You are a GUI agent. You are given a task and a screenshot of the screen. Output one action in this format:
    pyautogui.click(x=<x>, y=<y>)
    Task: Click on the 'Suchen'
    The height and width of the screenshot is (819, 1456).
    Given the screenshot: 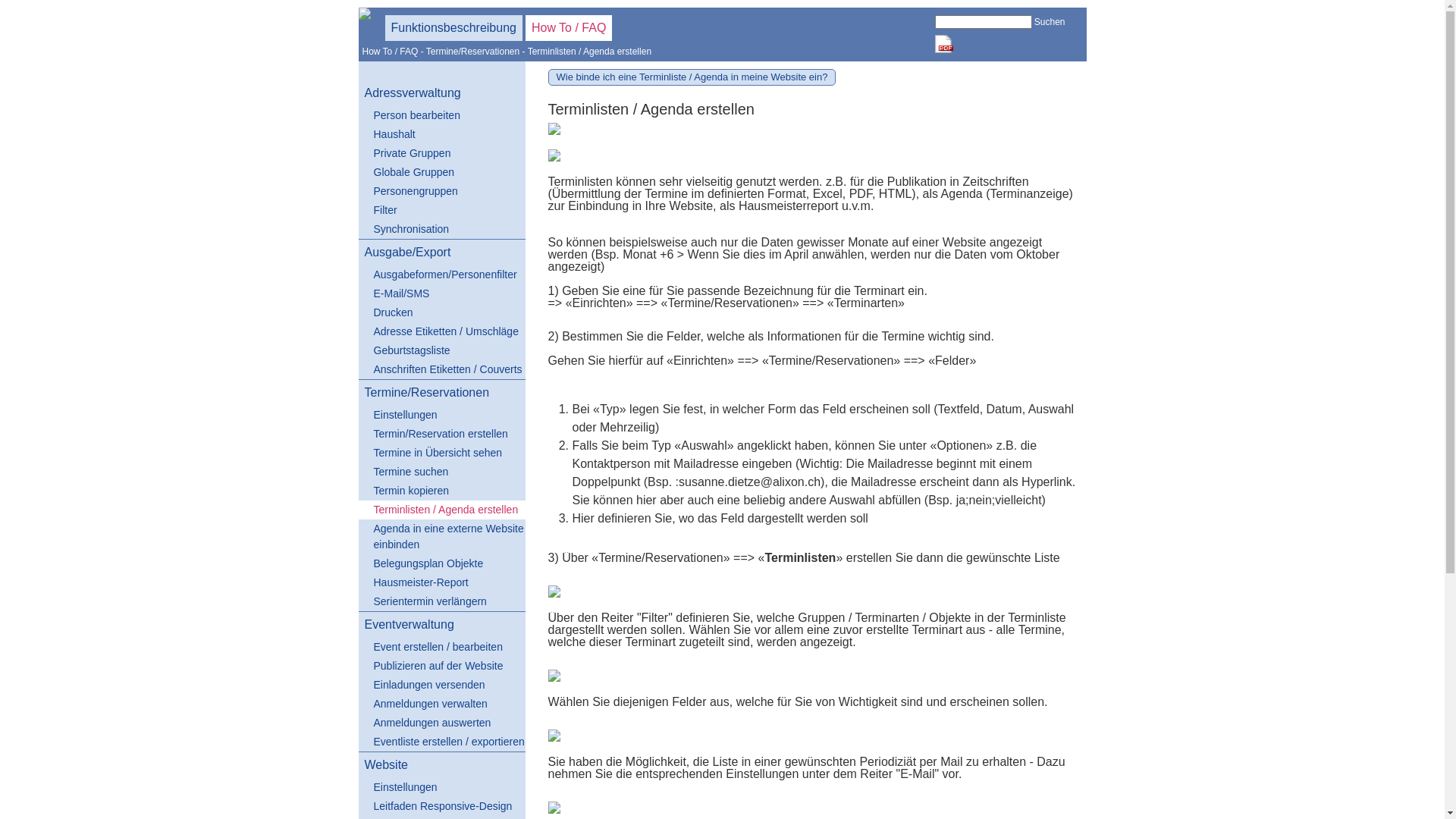 What is the action you would take?
    pyautogui.click(x=1049, y=22)
    